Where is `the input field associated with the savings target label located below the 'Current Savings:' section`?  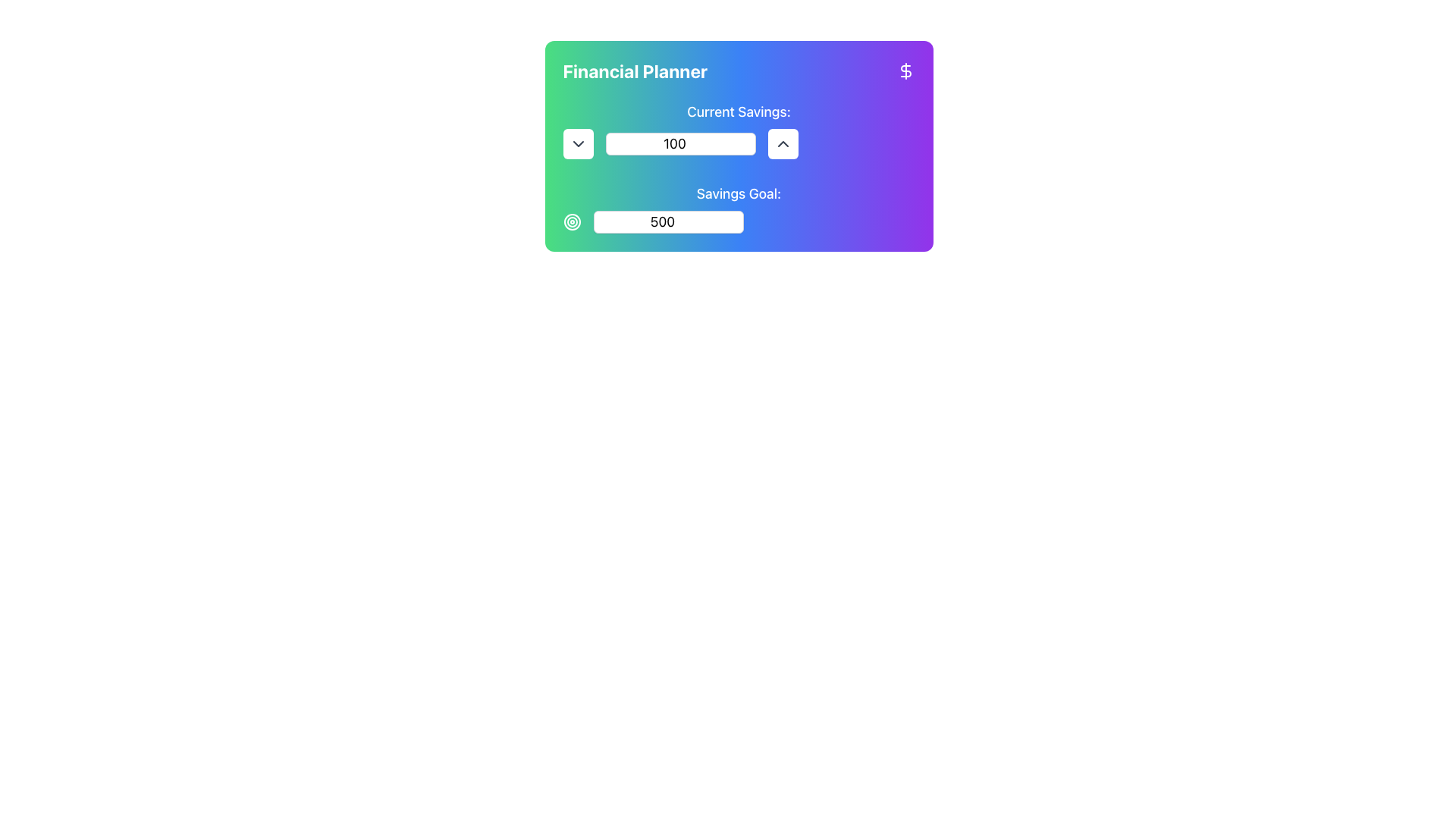 the input field associated with the savings target label located below the 'Current Savings:' section is located at coordinates (739, 208).